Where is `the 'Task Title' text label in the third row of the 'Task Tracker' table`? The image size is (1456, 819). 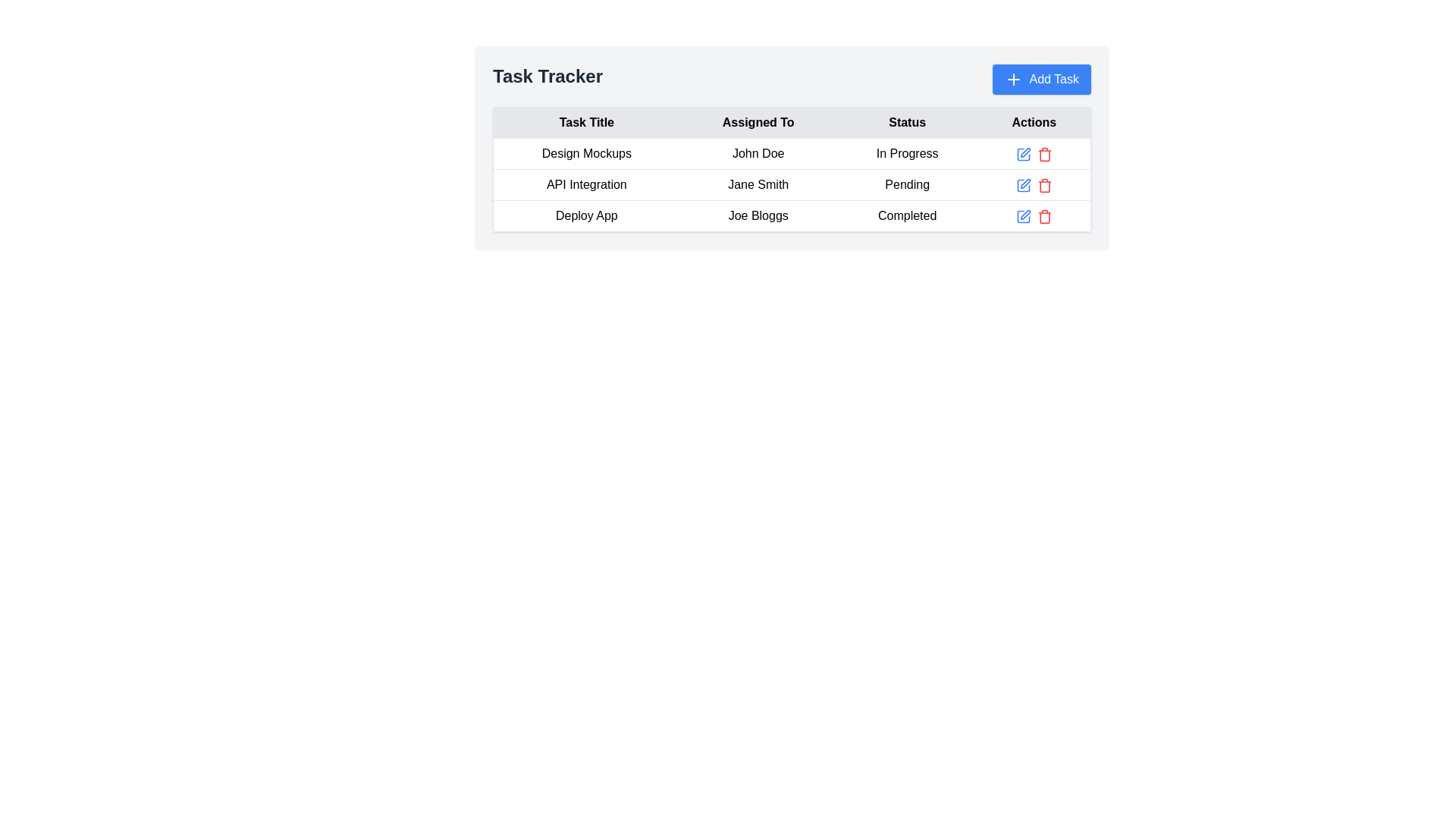
the 'Task Title' text label in the third row of the 'Task Tracker' table is located at coordinates (585, 216).